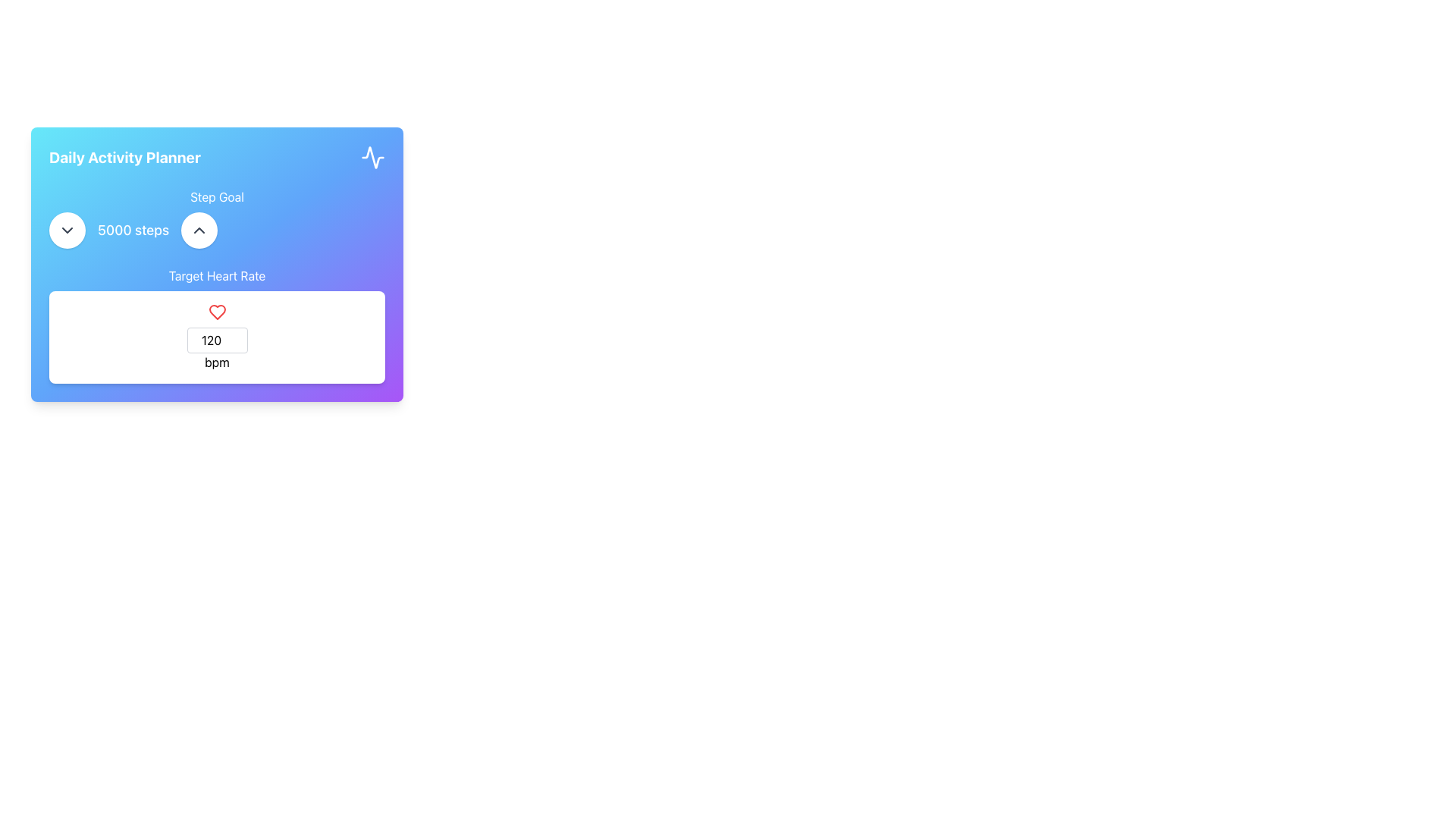  What do you see at coordinates (199, 231) in the screenshot?
I see `the upward chevron arrow icon within the circular button located in the top left section of the 'Daily Activity Planner' card` at bounding box center [199, 231].